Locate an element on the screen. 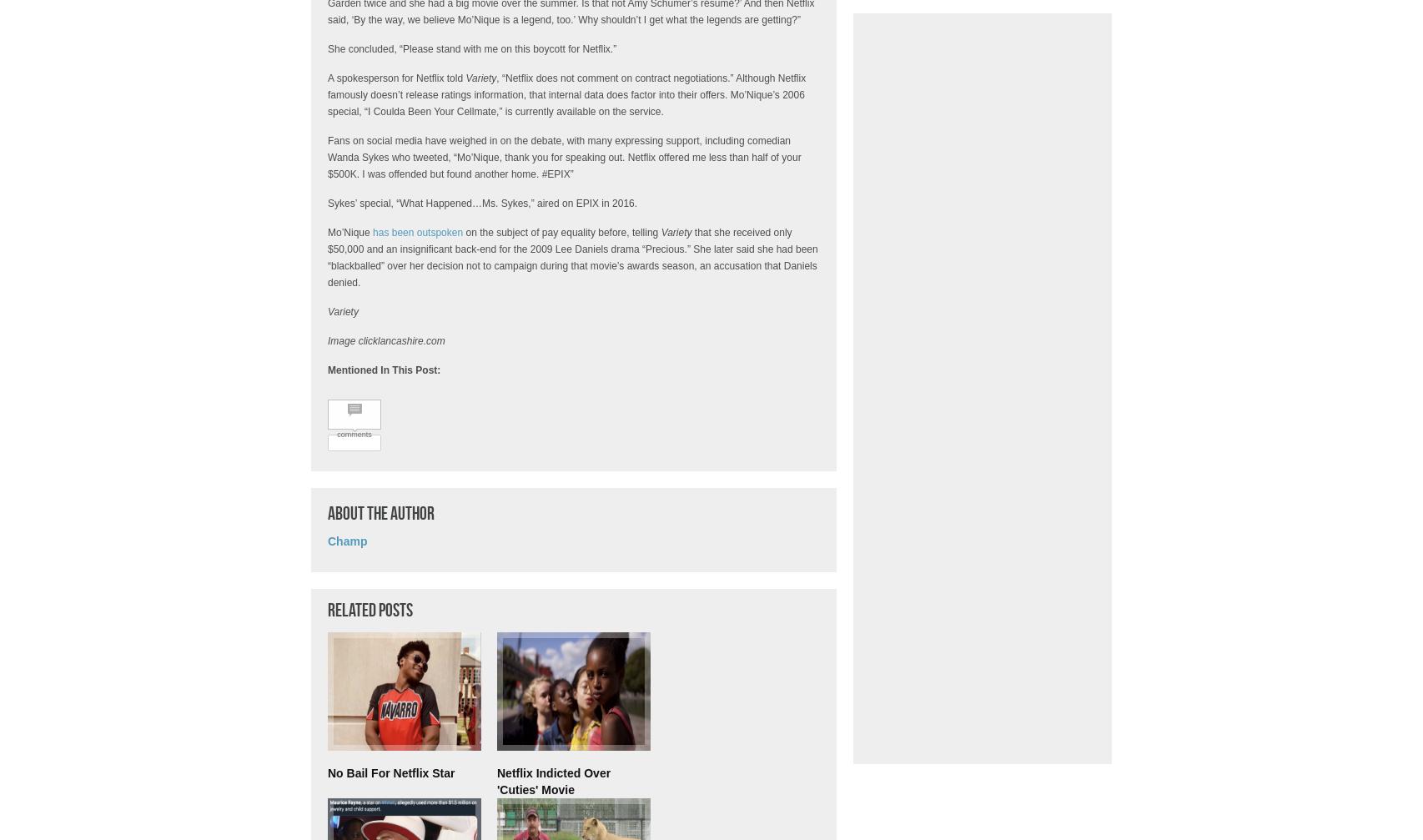 The image size is (1423, 840). 'Fans on social media have weighed in on the debate, with many expressing support, including comedian Wanda Sykes who tweeted, “Mo’Nique, thank you for speaking out. Netflix offered me less than half of your $500K. I was offended but found another home. #EPIX”' is located at coordinates (563, 158).